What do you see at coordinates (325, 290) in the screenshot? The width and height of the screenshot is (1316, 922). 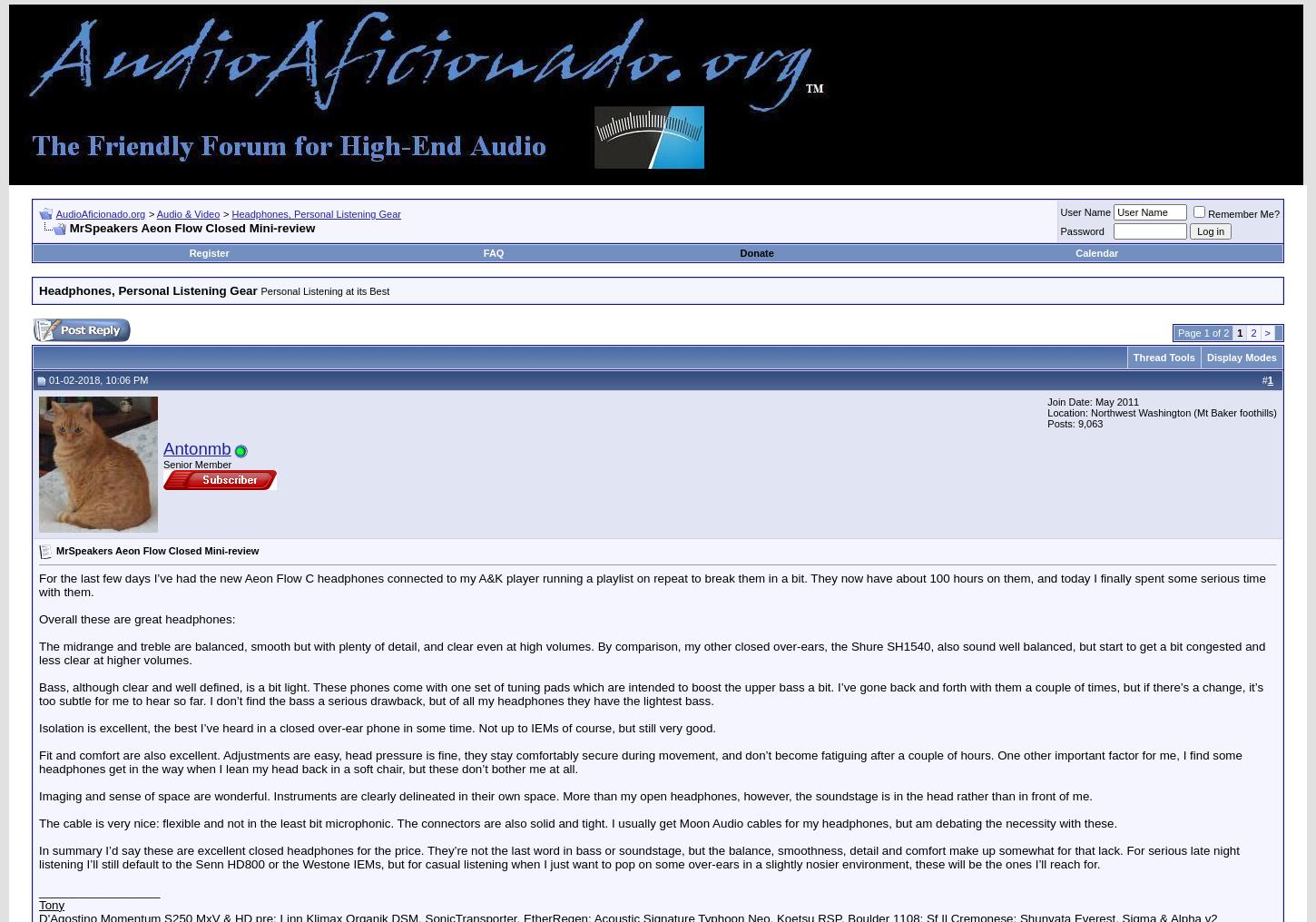 I see `'Personal Listening at its Best'` at bounding box center [325, 290].